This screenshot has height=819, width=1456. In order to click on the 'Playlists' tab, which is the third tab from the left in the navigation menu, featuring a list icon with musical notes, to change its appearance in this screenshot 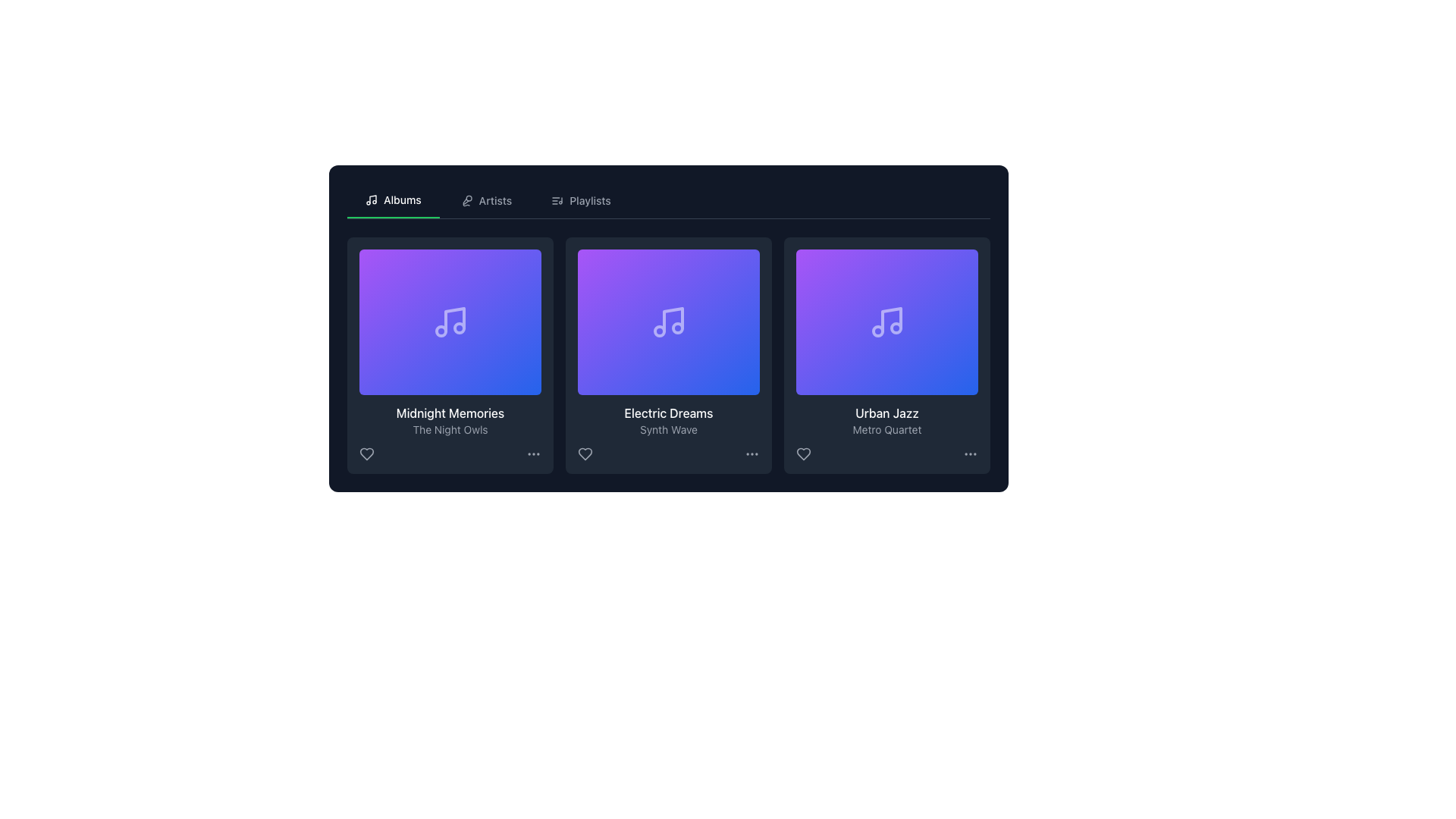, I will do `click(580, 200)`.